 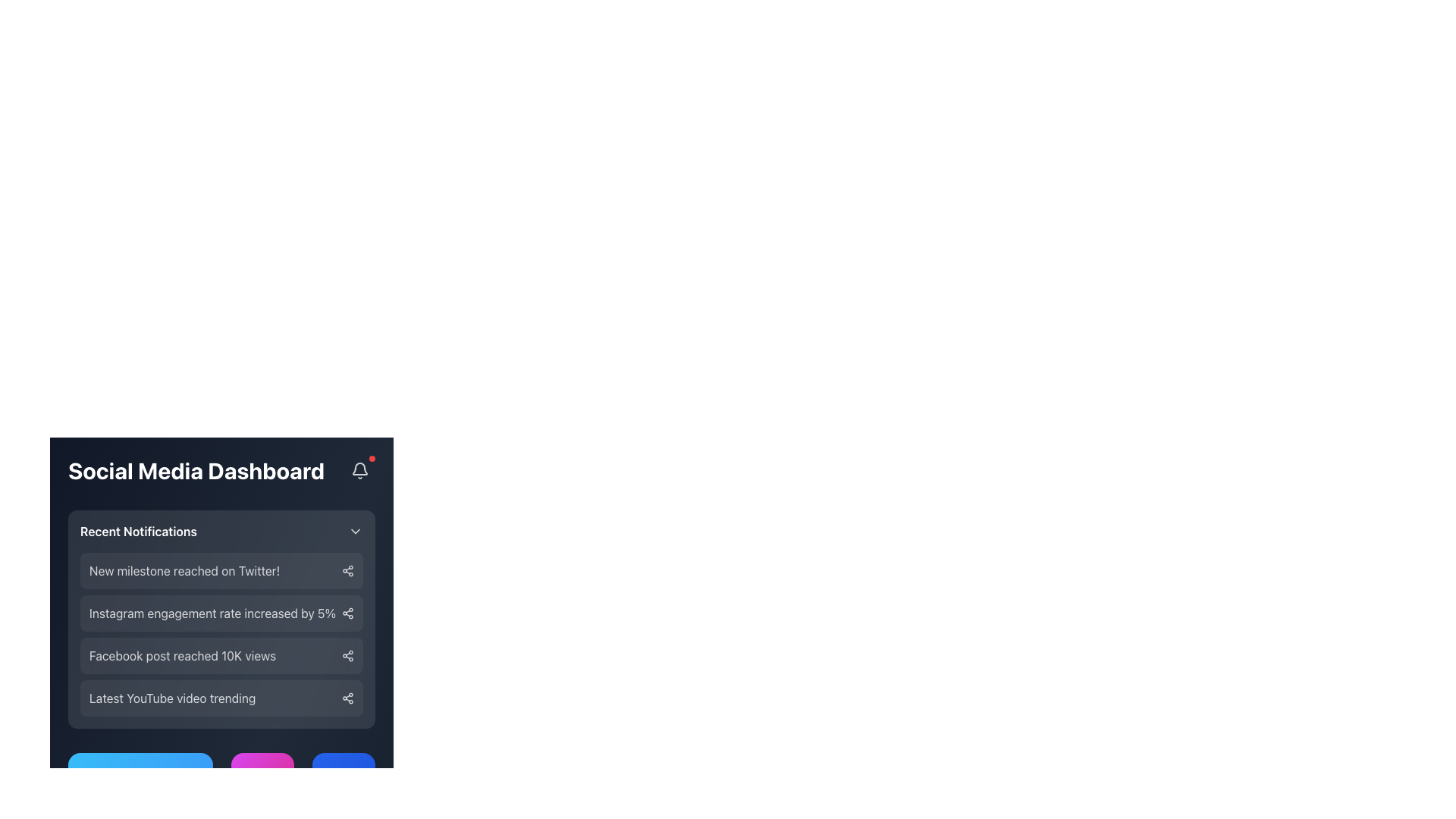 I want to click on the stylized share icon located at the rightmost part of the notification line for 'Instagram engagement rate increased by 5%' in the Recent Notifications section to initiate a share action, so click(x=347, y=613).